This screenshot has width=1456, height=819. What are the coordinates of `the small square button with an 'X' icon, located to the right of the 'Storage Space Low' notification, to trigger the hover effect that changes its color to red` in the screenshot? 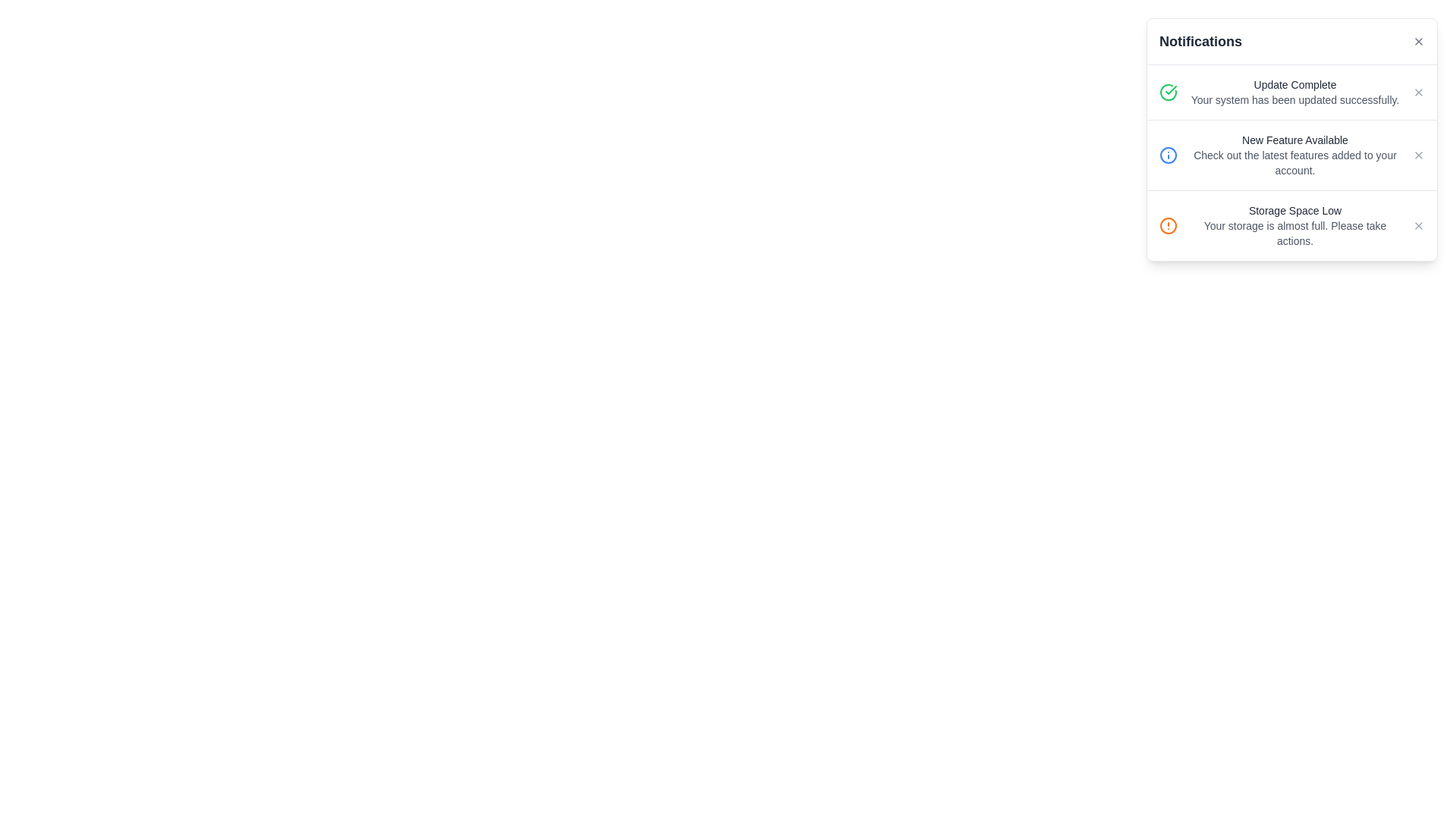 It's located at (1418, 225).